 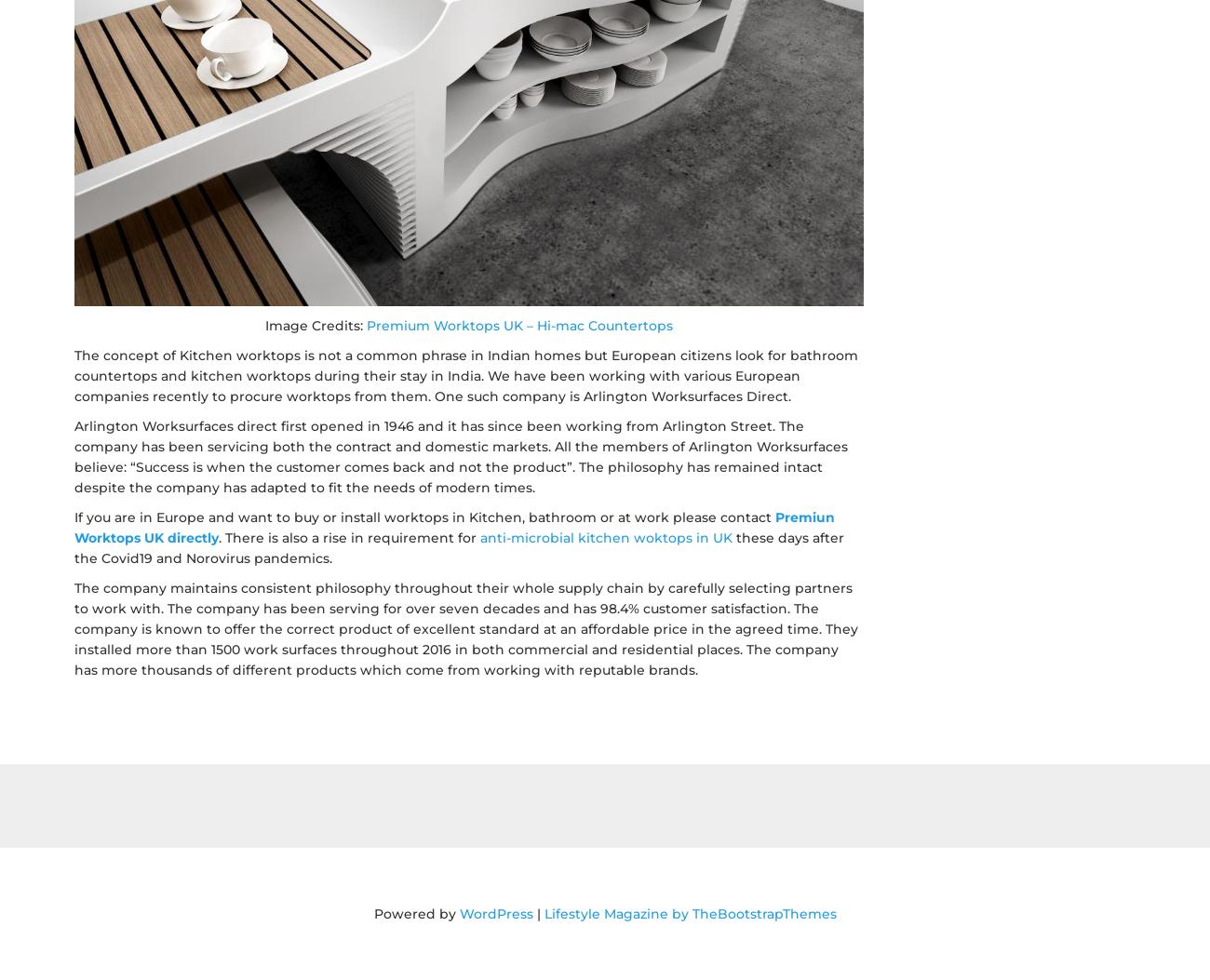 I want to click on 'The company maintains consistent philosophy throughout their whole supply chain by carefully selecting partners to work with. The company has been serving for over seven decades and has 98.4% customer satisfaction. The company is known to offer the correct product of excellent standard at an affordable price in the agreed time. They installed more than 1500 work surfaces throughout 2016 in both commercial and residential places. The company has more thousands of different products which come from working with reputable brands.', so click(x=466, y=627).